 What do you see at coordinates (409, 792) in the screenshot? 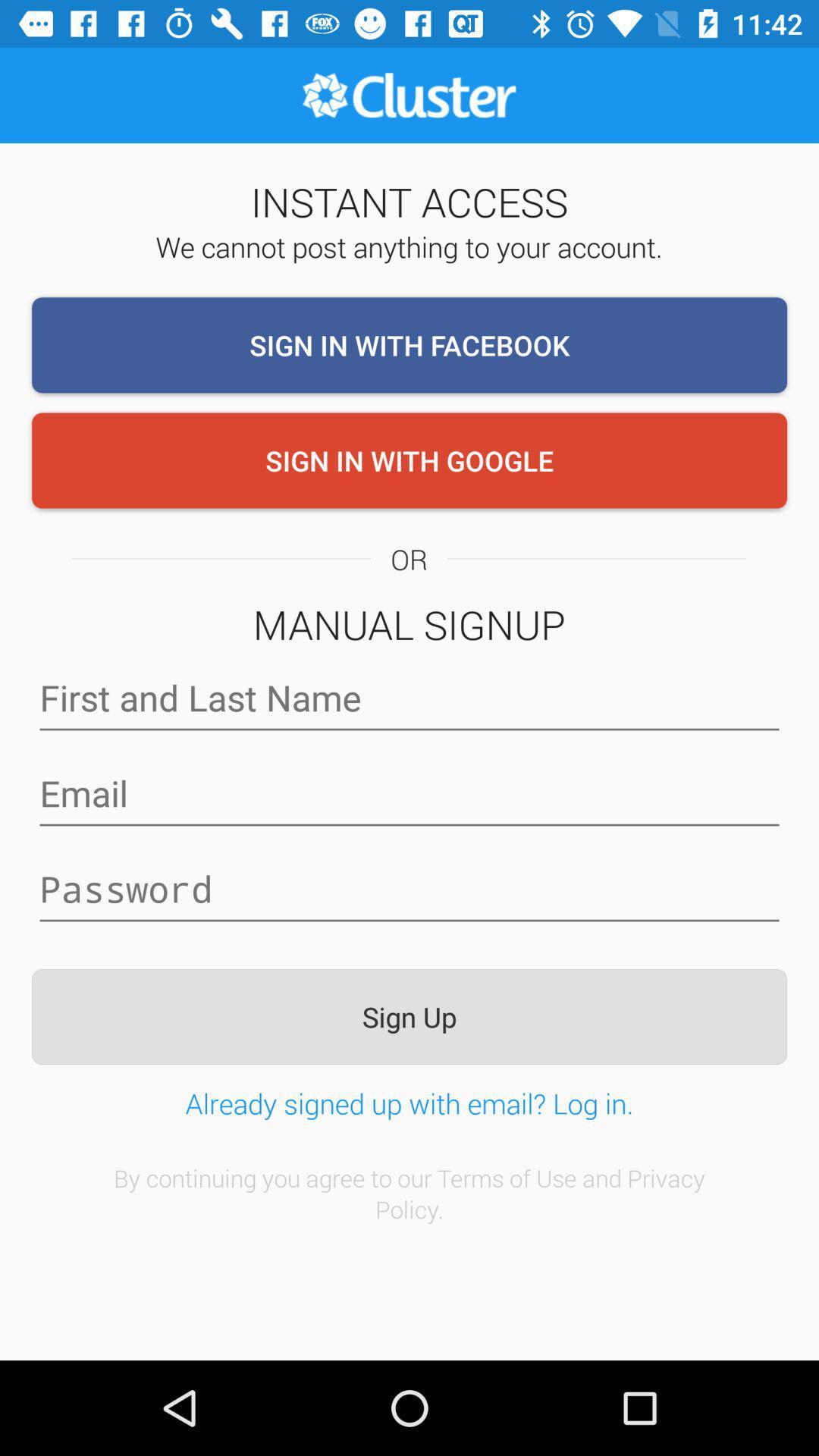
I see `email address` at bounding box center [409, 792].